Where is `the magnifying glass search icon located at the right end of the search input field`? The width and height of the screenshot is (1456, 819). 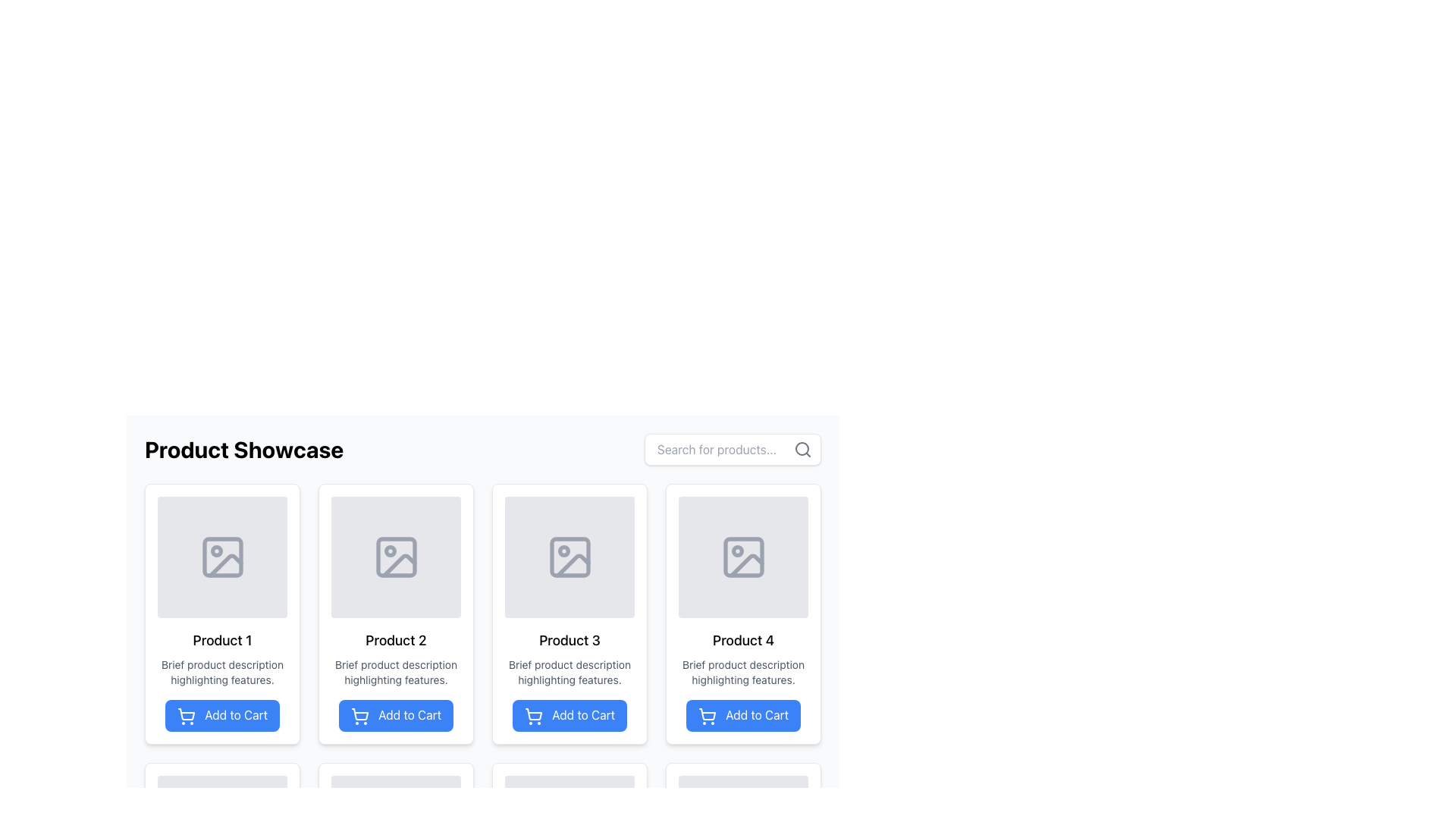 the magnifying glass search icon located at the right end of the search input field is located at coordinates (802, 449).